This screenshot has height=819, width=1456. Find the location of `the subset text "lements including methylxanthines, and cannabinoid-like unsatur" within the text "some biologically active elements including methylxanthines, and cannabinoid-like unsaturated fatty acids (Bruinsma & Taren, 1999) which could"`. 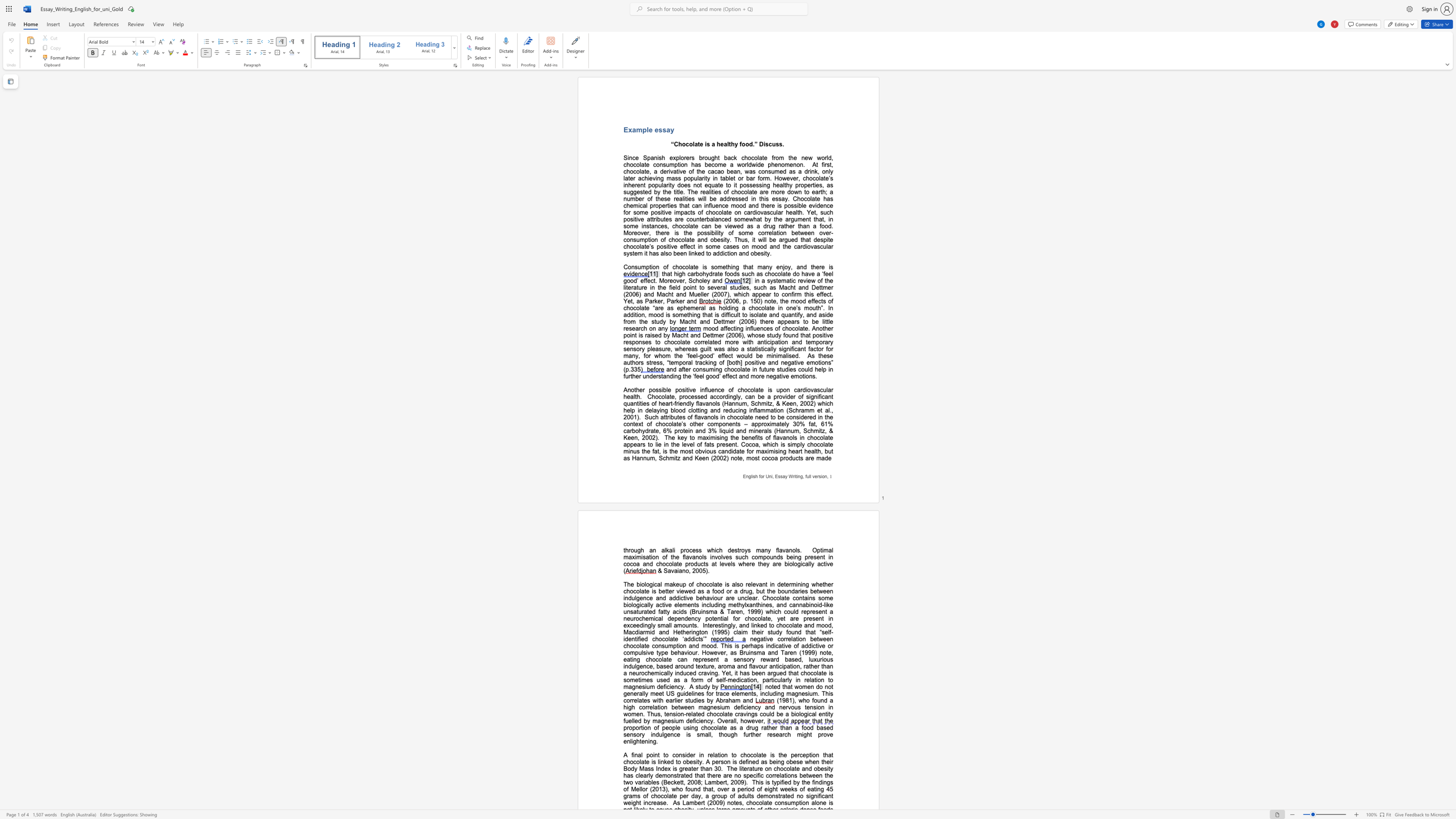

the subset text "lements including methylxanthines, and cannabinoid-like unsatur" within the text "some biologically active elements including methylxanthines, and cannabinoid-like unsaturated fatty acids (Bruinsma & Taren, 1999) which could" is located at coordinates (678, 604).